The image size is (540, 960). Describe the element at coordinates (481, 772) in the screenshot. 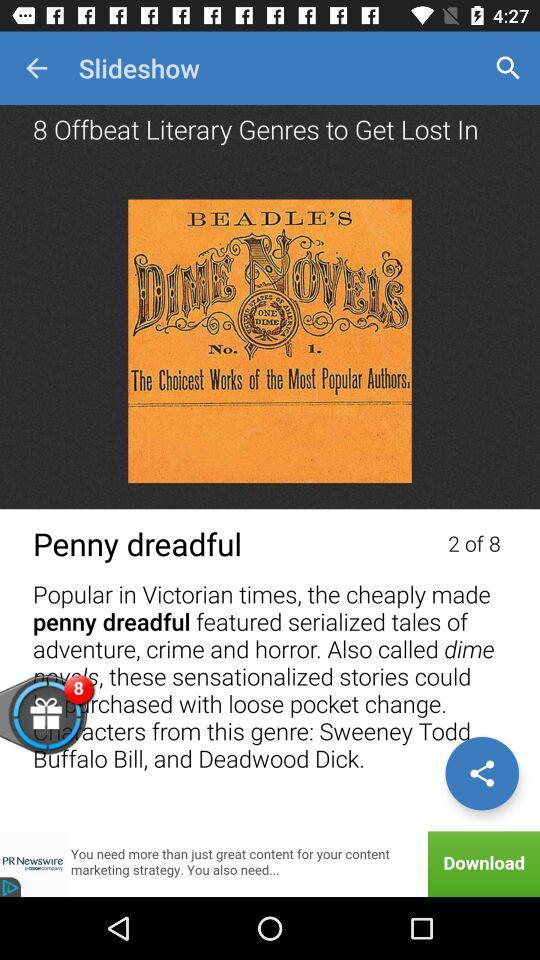

I see `share content` at that location.